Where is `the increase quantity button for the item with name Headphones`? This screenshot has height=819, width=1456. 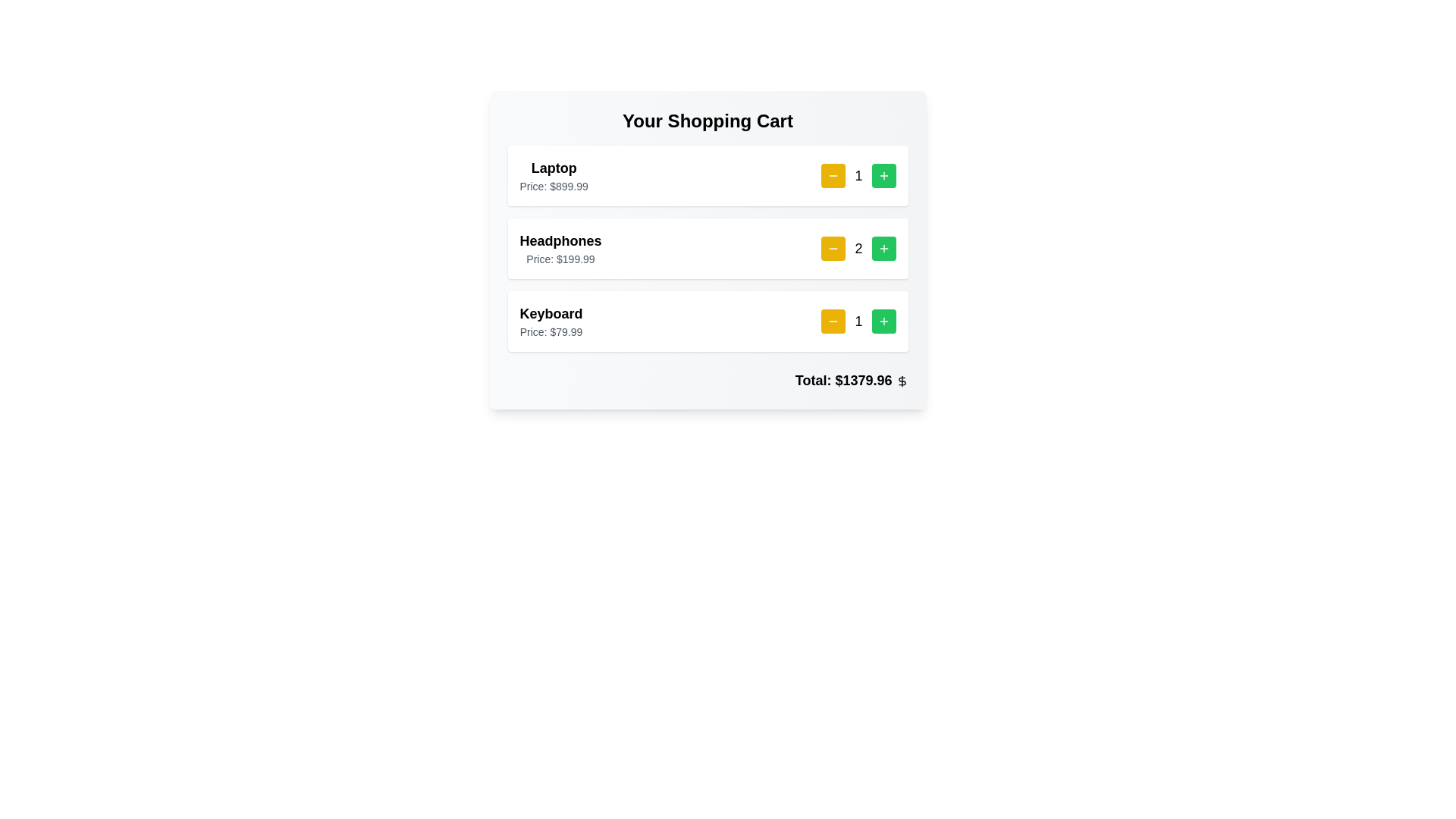
the increase quantity button for the item with name Headphones is located at coordinates (883, 247).